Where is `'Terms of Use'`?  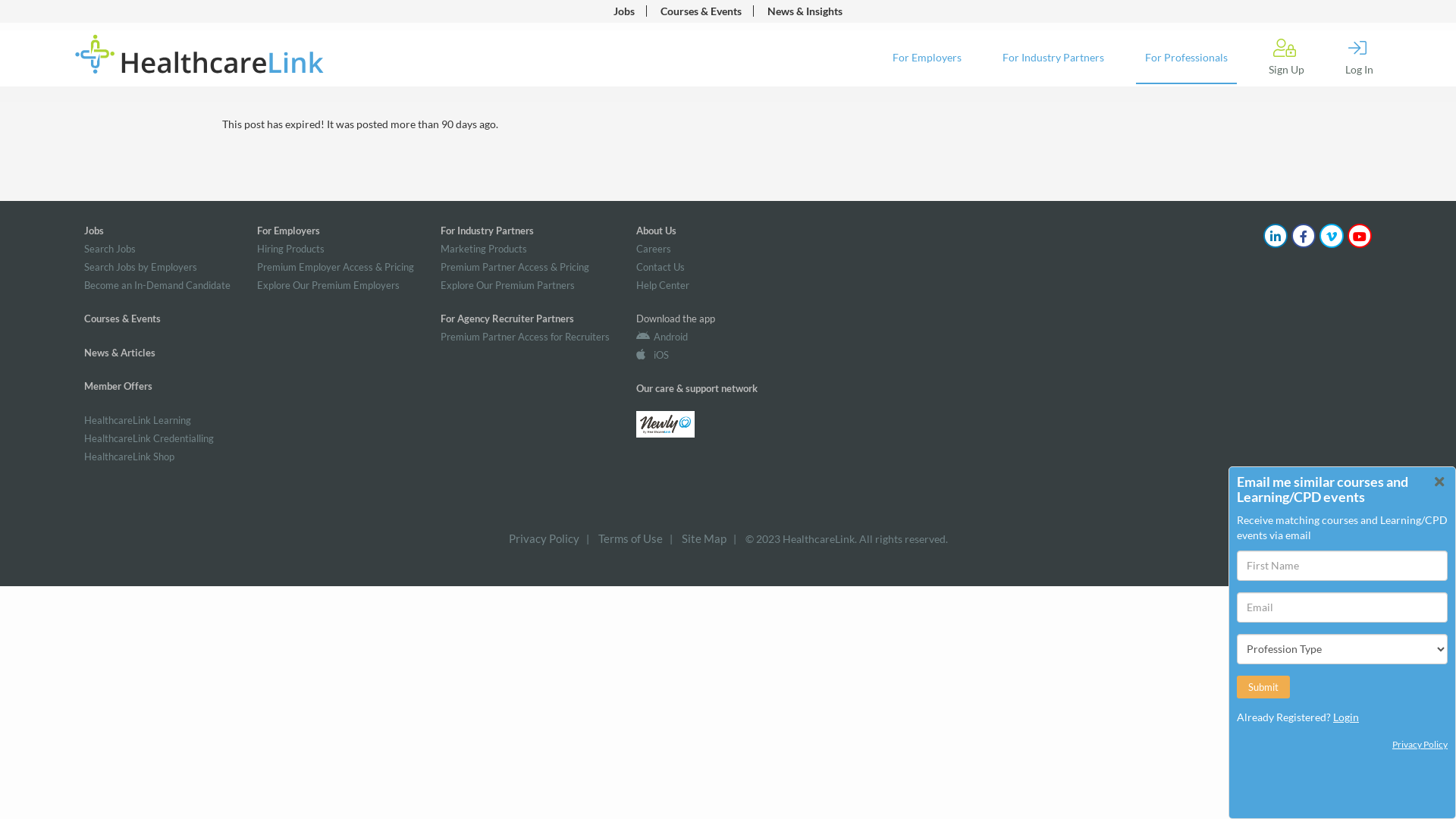
'Terms of Use' is located at coordinates (596, 537).